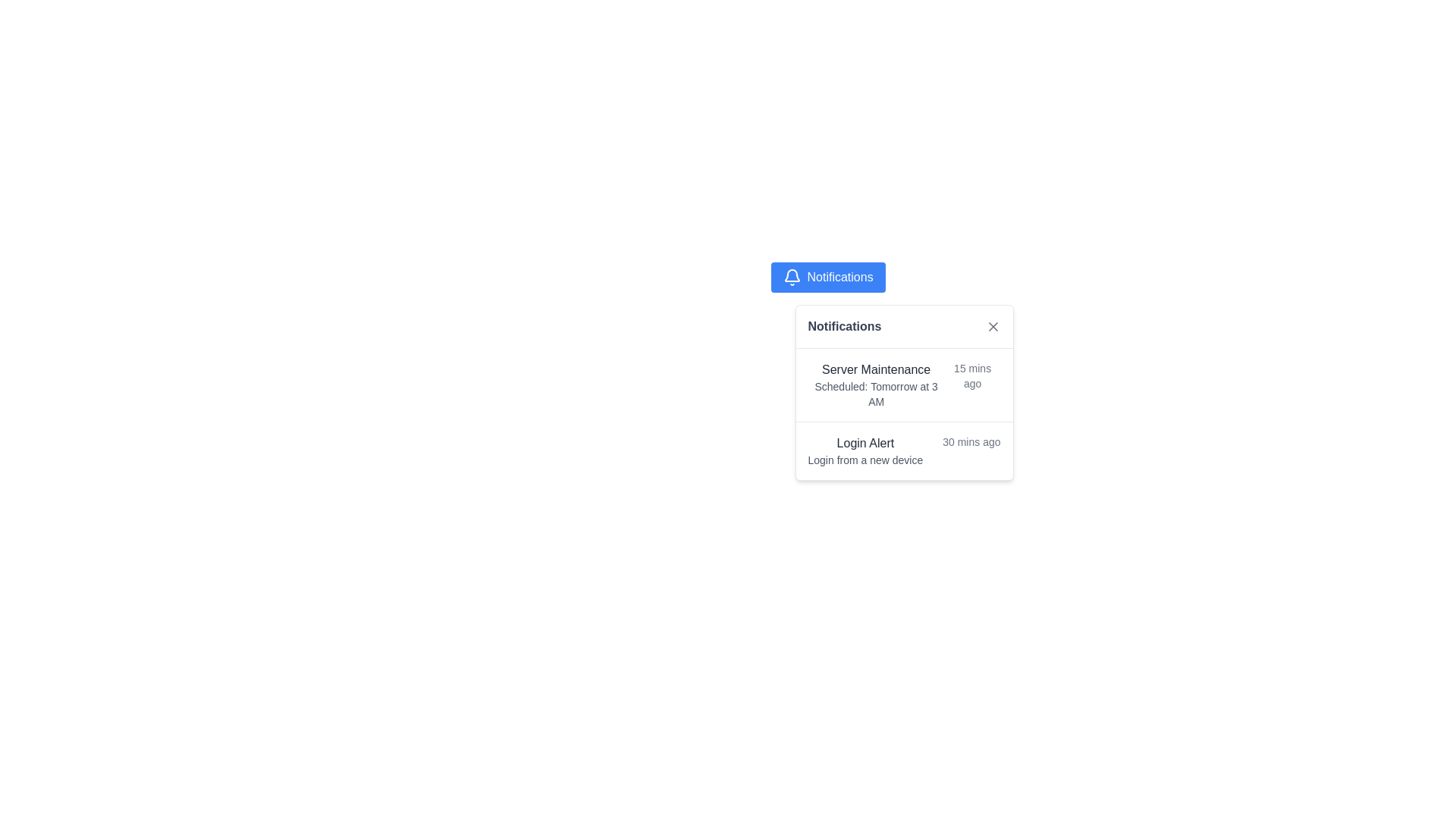  What do you see at coordinates (876, 394) in the screenshot?
I see `the Text Label that provides detailed description or schedule information related to the notification 'Server Maintenance', located in the second row of the notification card` at bounding box center [876, 394].